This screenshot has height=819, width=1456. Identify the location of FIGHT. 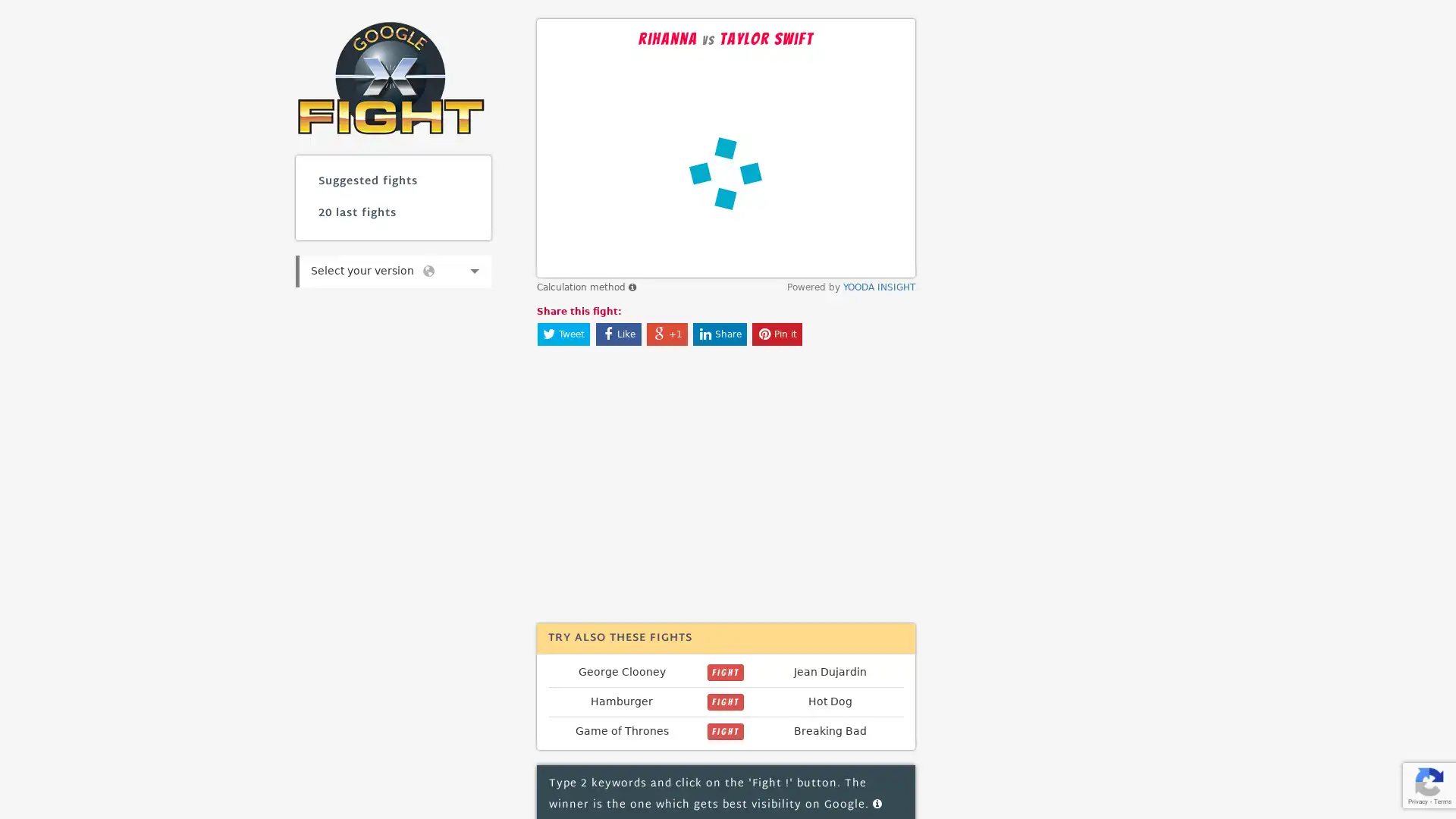
(724, 730).